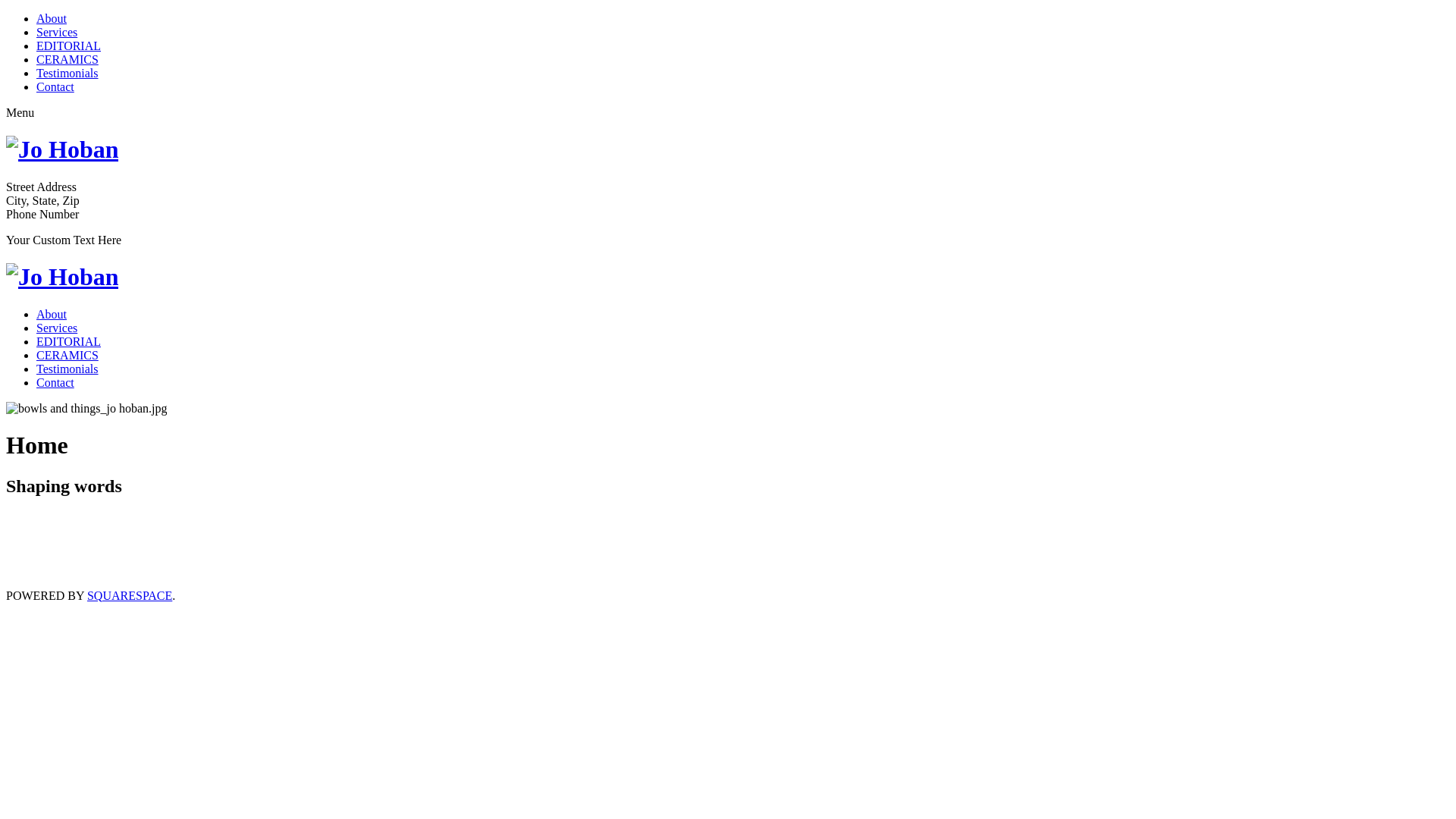 This screenshot has height=819, width=1456. Describe the element at coordinates (36, 86) in the screenshot. I see `'Contact'` at that location.